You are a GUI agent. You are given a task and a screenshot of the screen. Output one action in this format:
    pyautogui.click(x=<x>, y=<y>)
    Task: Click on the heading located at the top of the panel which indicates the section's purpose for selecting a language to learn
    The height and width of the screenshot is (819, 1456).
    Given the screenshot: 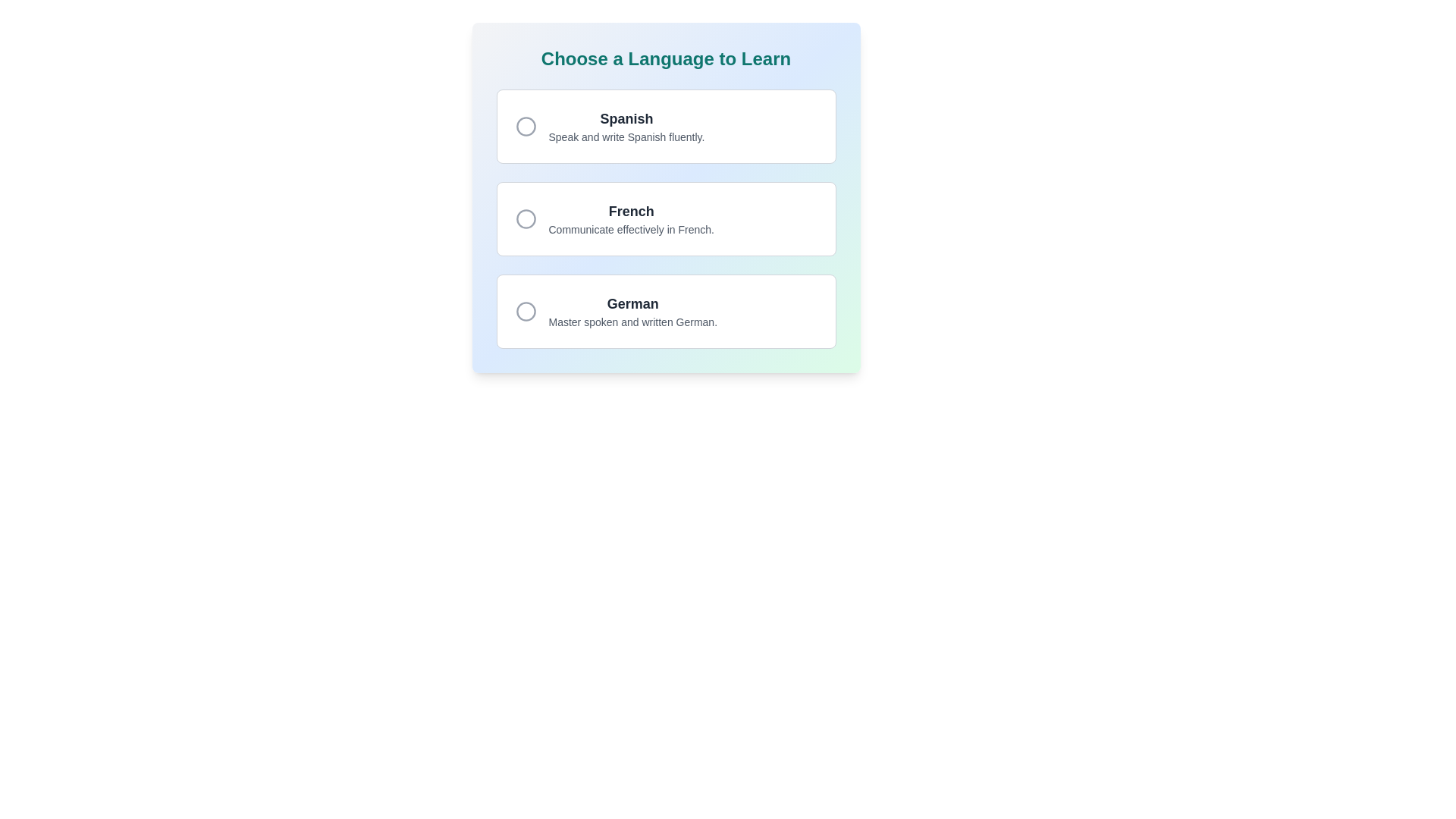 What is the action you would take?
    pyautogui.click(x=666, y=58)
    